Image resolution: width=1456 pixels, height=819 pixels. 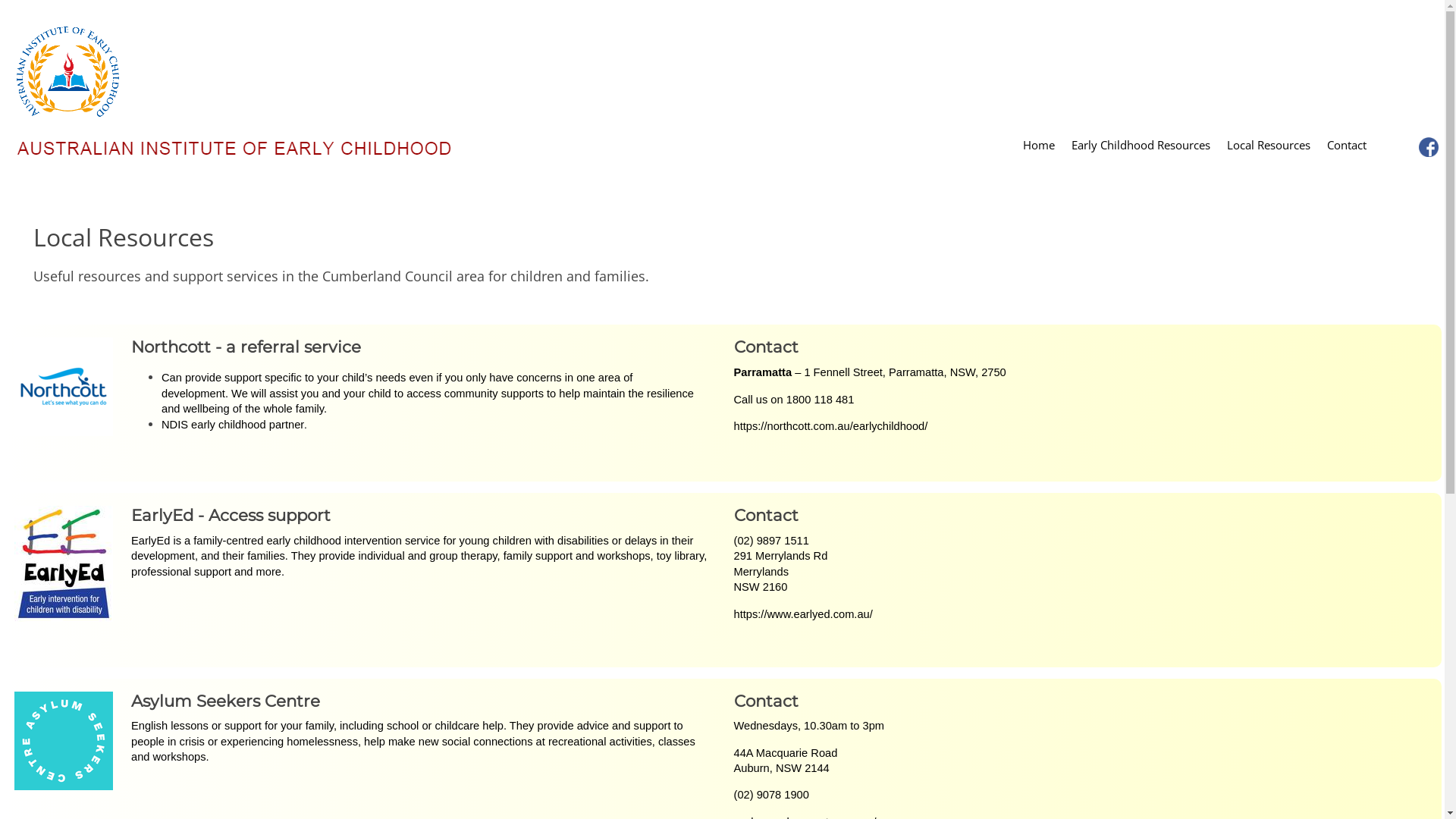 What do you see at coordinates (734, 571) in the screenshot?
I see `'291 Merrylands Rd` at bounding box center [734, 571].